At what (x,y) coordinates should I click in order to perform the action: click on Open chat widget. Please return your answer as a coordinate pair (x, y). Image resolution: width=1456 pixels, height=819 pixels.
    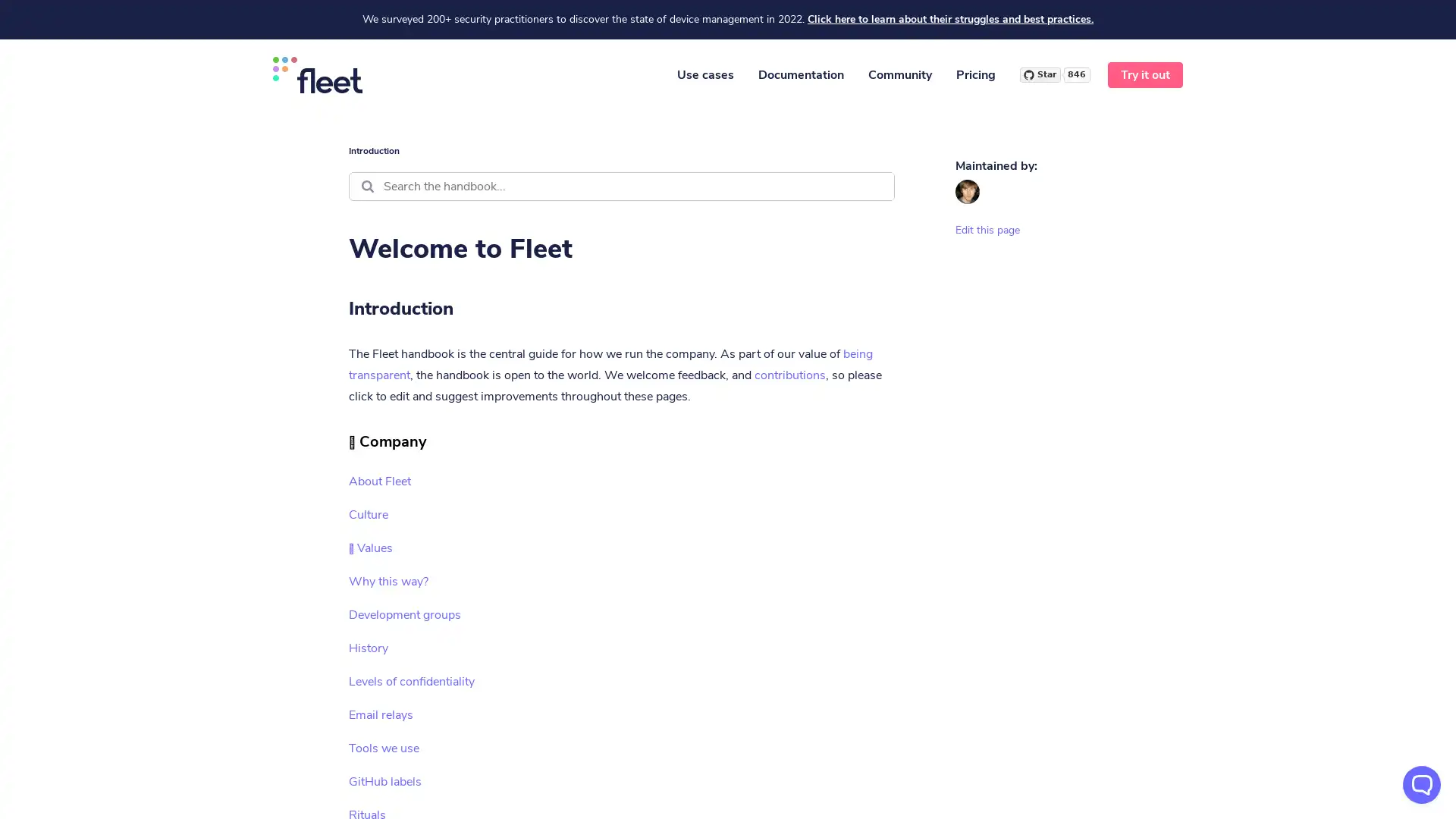
    Looking at the image, I should click on (1421, 784).